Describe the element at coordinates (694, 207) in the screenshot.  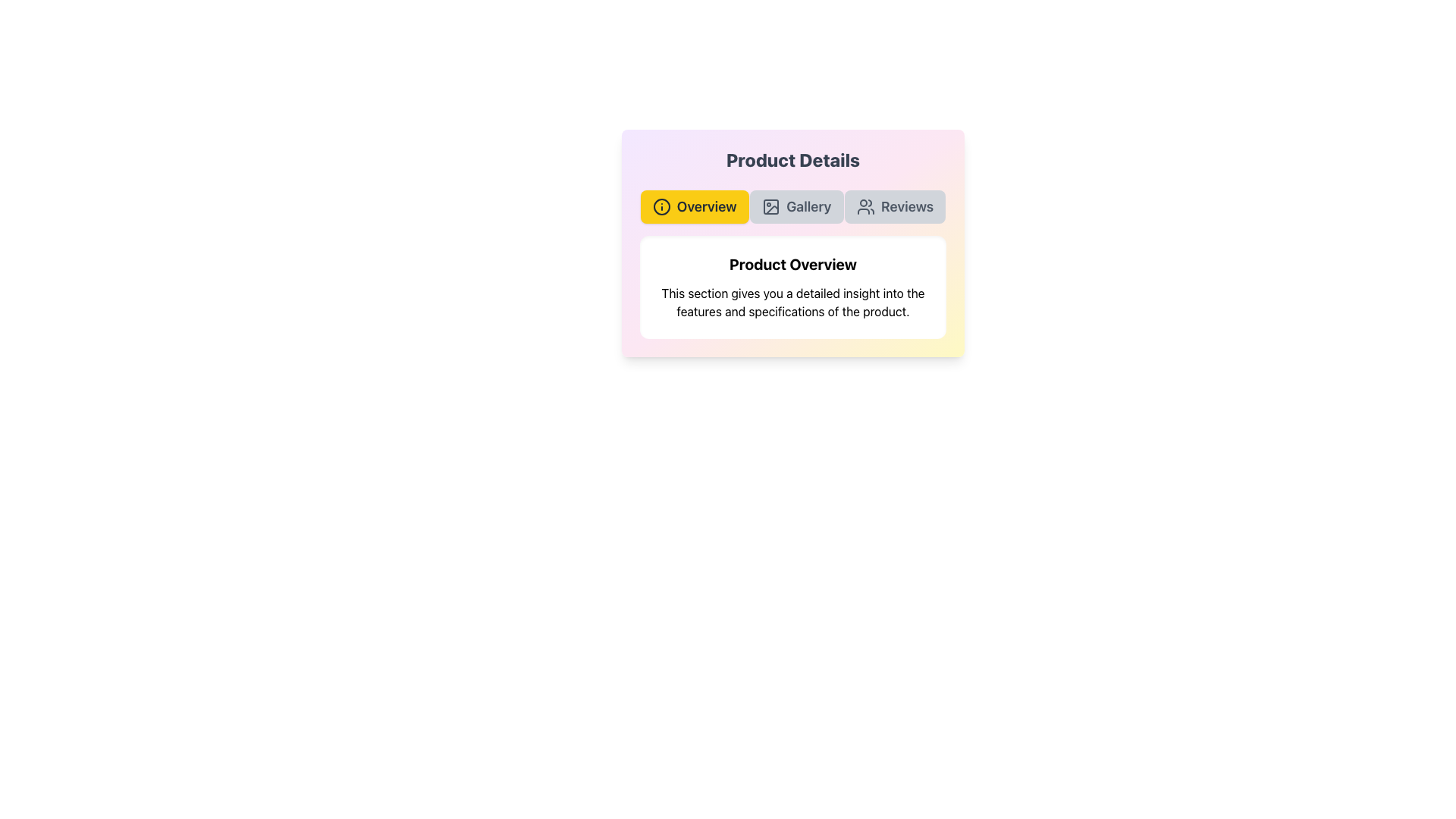
I see `the 'Overview' button for keyboard navigation` at that location.